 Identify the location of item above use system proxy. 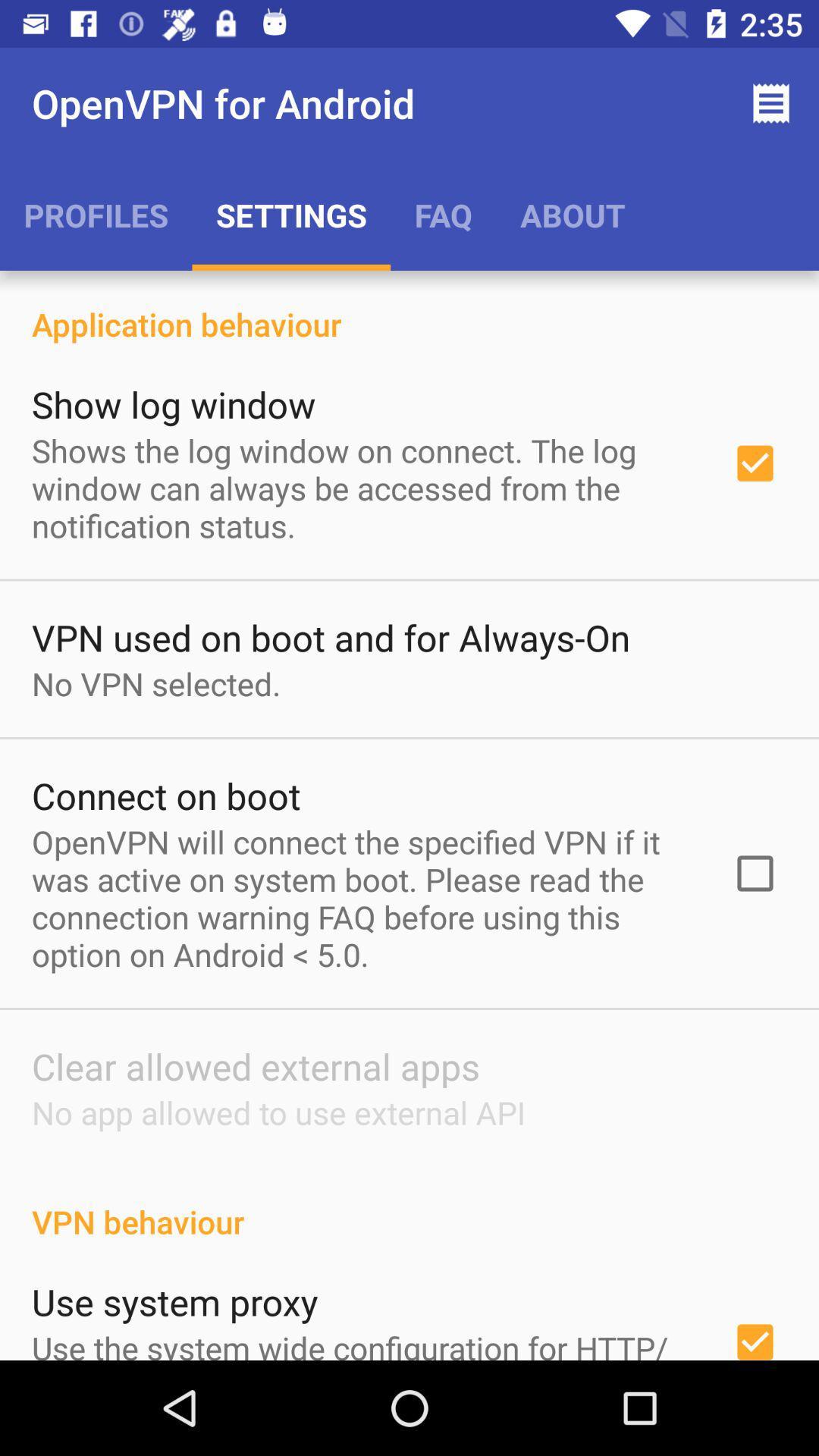
(409, 1204).